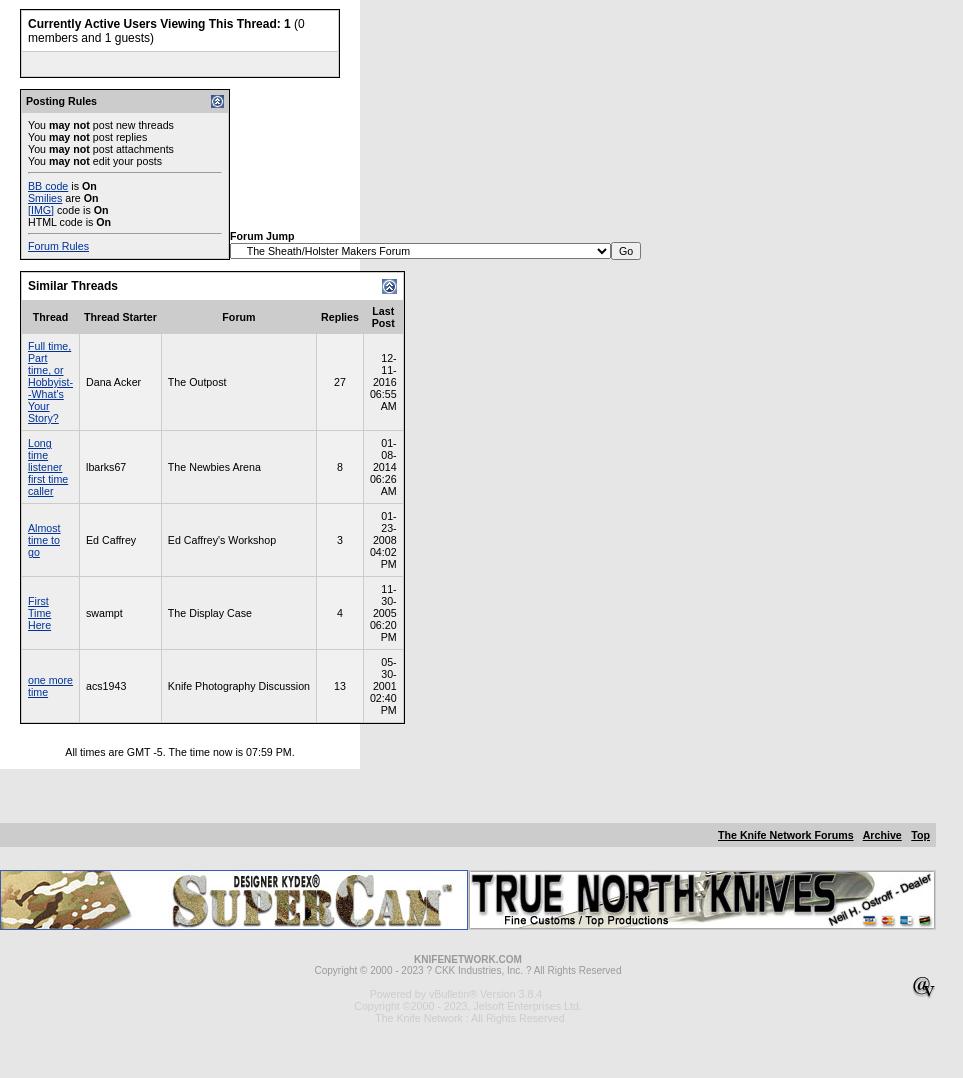  I want to click on 'Powered by vBulletin® Version 3.8.4', so click(454, 994).